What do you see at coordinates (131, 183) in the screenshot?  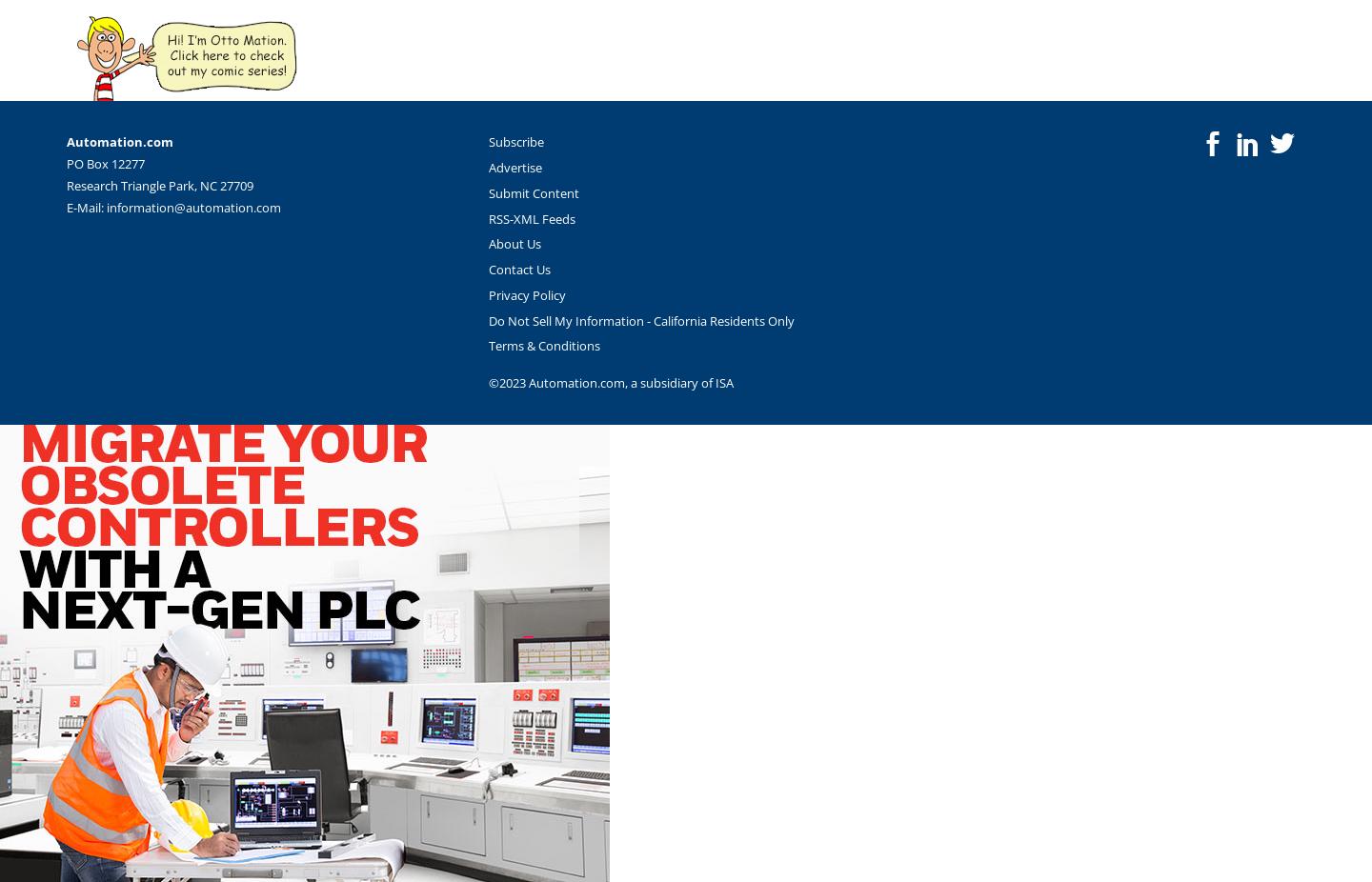 I see `'Research Triangle Park,'` at bounding box center [131, 183].